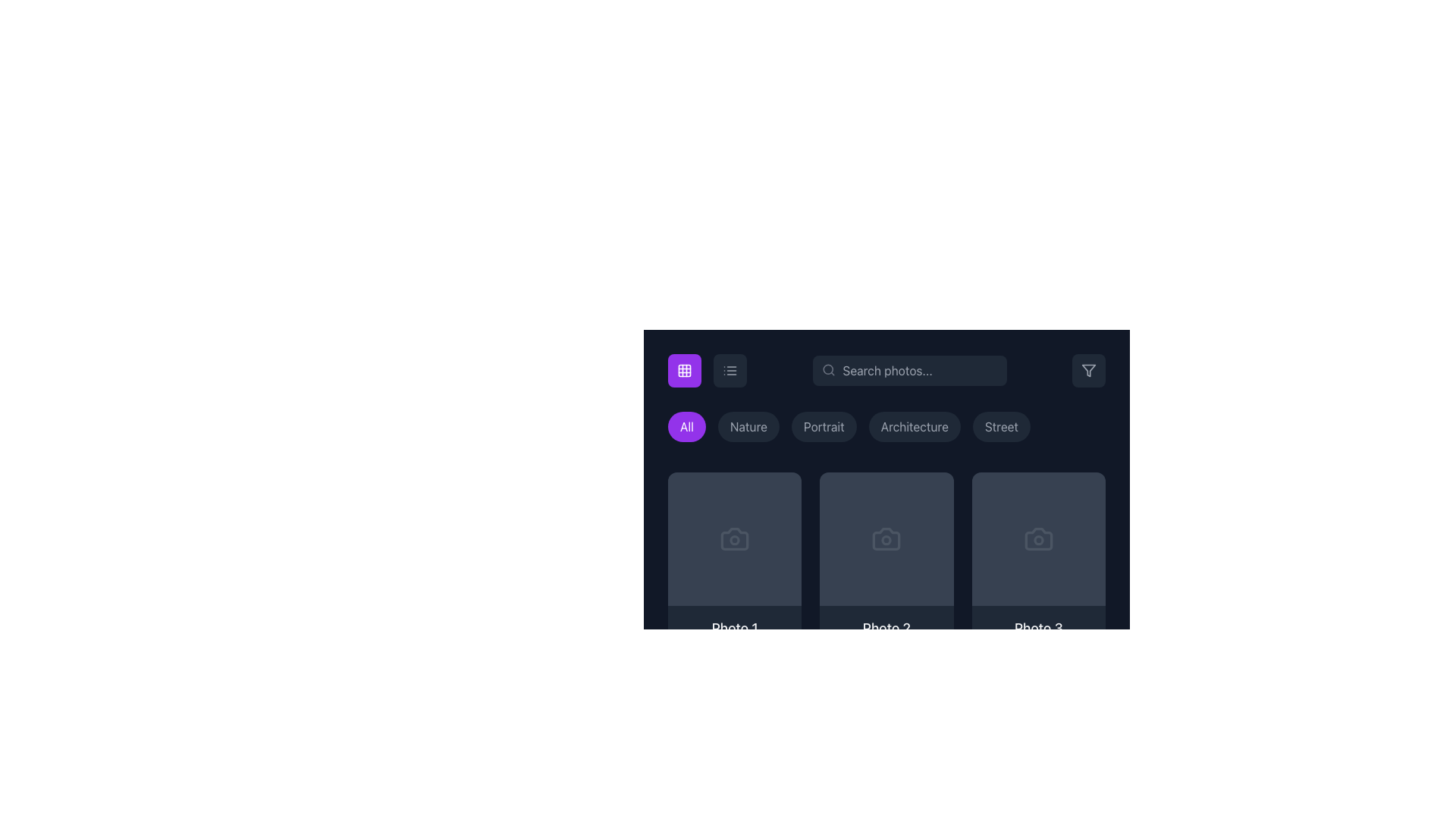  I want to click on the 'Architecture' button, which is the fourth button in a row of category filters, to change its background color, so click(886, 430).